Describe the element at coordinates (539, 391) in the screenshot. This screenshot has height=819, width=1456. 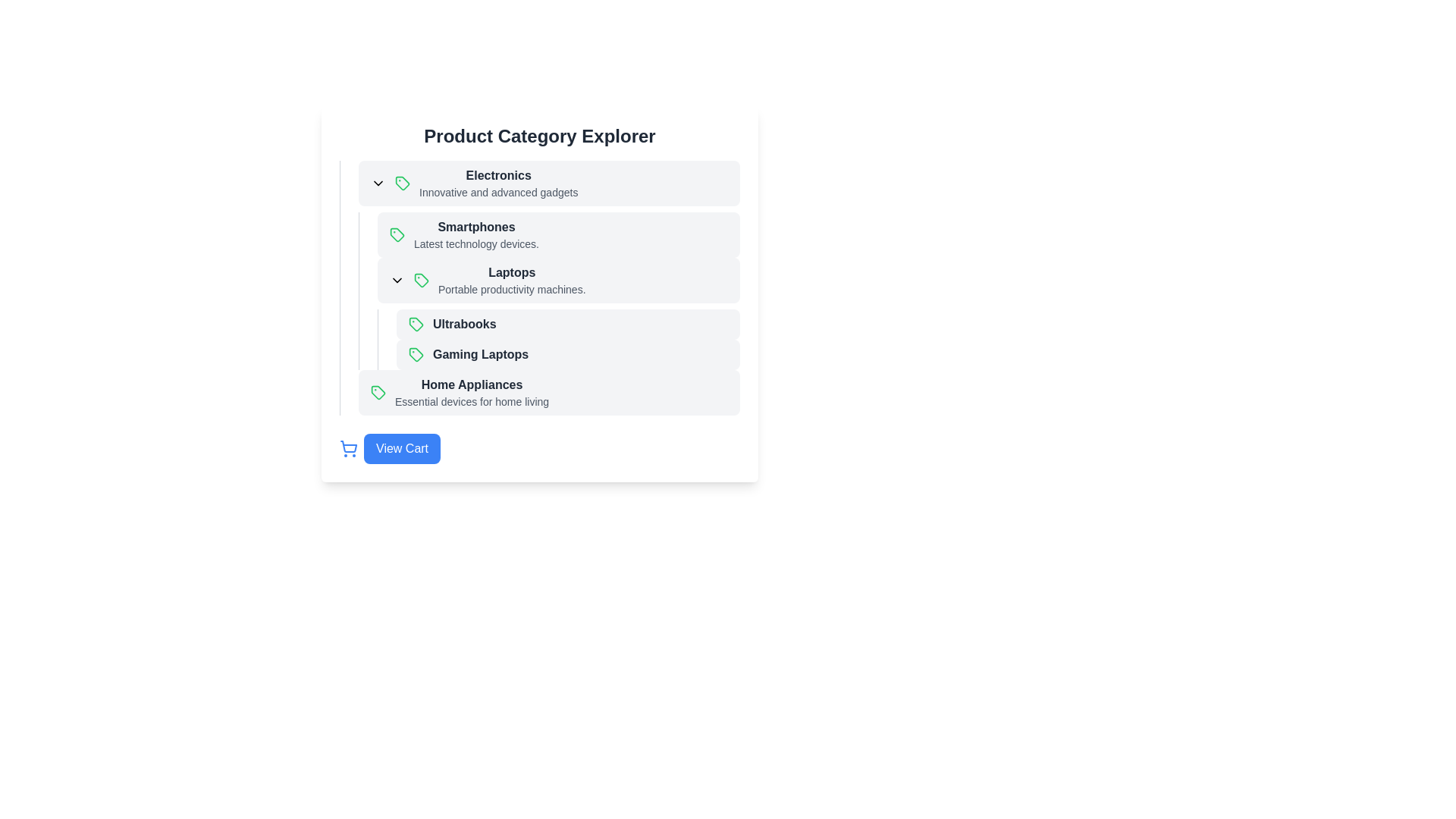
I see `the 'Home Appliances' list item, which features a green tag icon and bold text` at that location.